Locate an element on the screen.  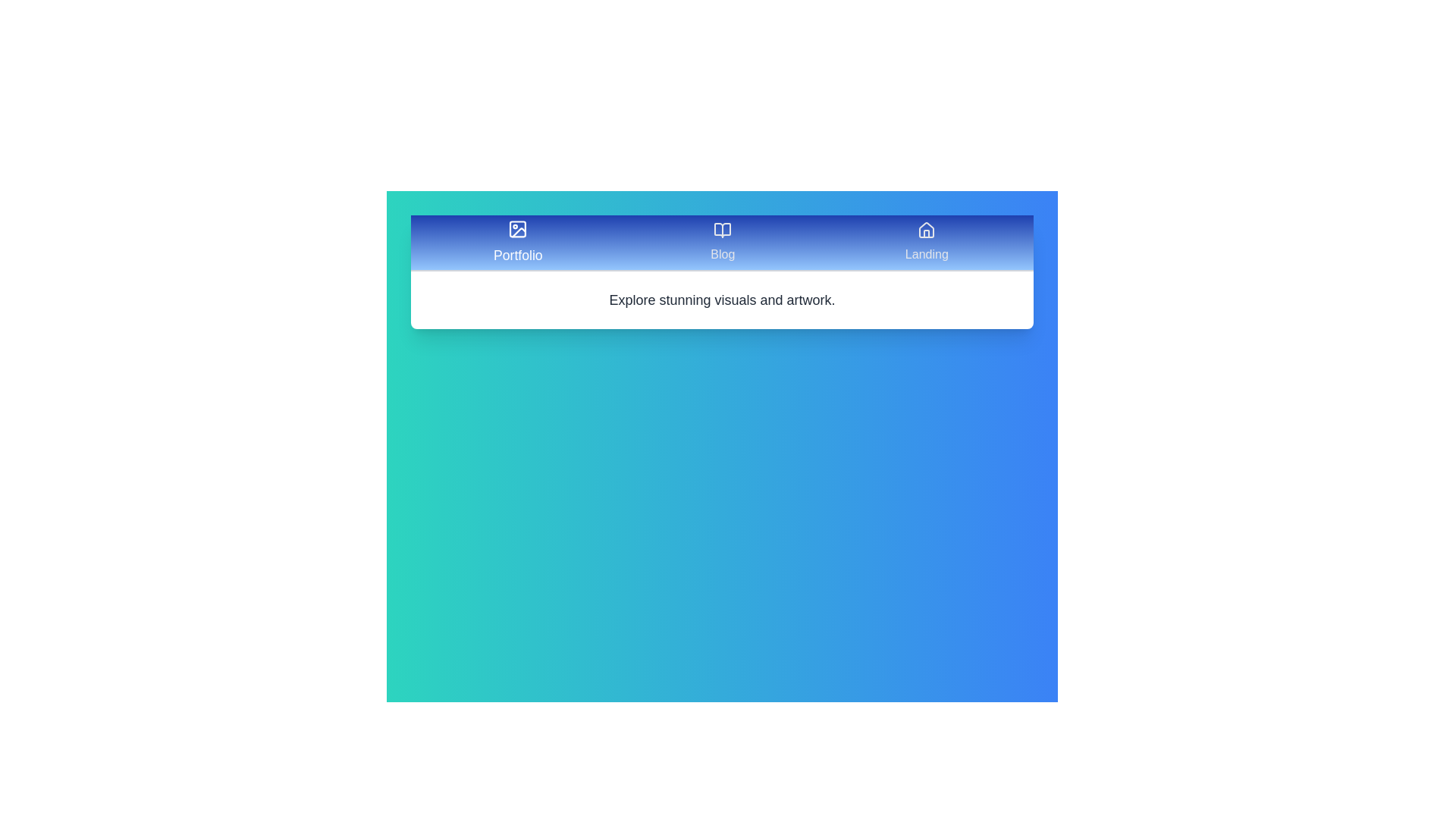
the Landing tab by clicking on it is located at coordinates (926, 242).